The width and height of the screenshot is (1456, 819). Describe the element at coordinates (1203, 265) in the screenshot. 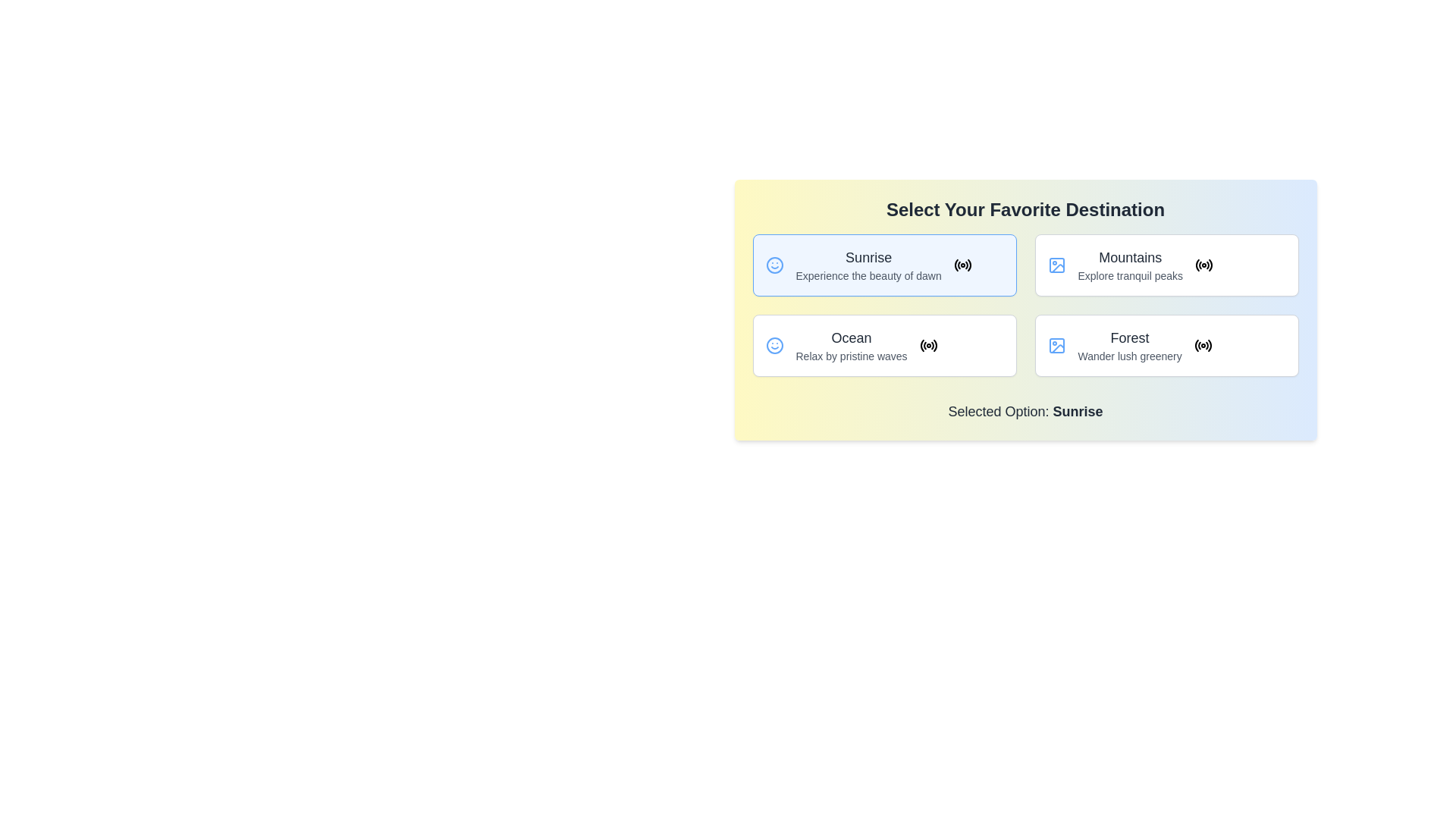

I see `the state of the 'Mountains' icon-style toggle or indicator located in the top-right quadrant under the 'Select Your Favorite Destination' section` at that location.